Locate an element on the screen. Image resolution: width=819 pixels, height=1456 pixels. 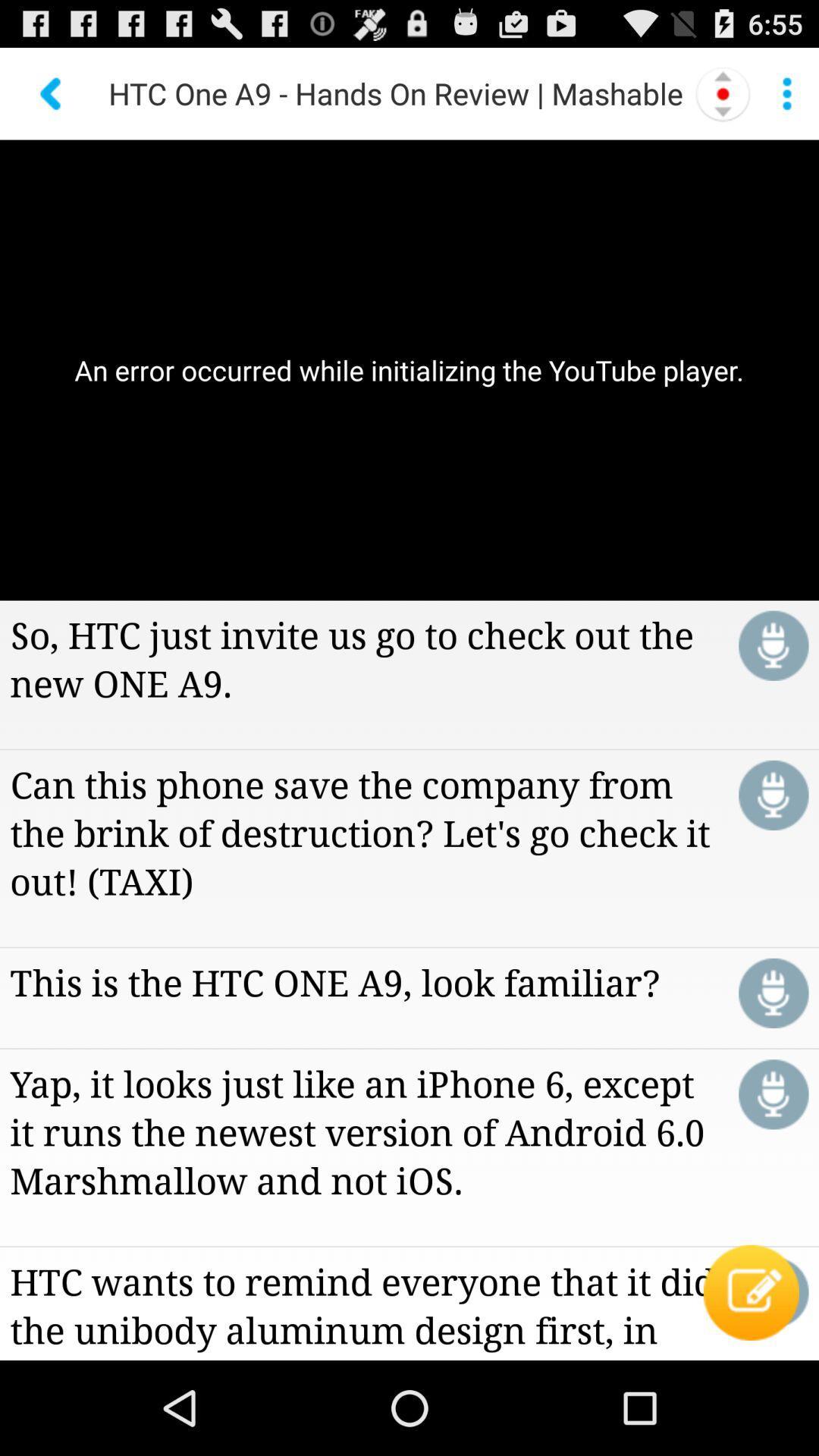
write message is located at coordinates (773, 1291).